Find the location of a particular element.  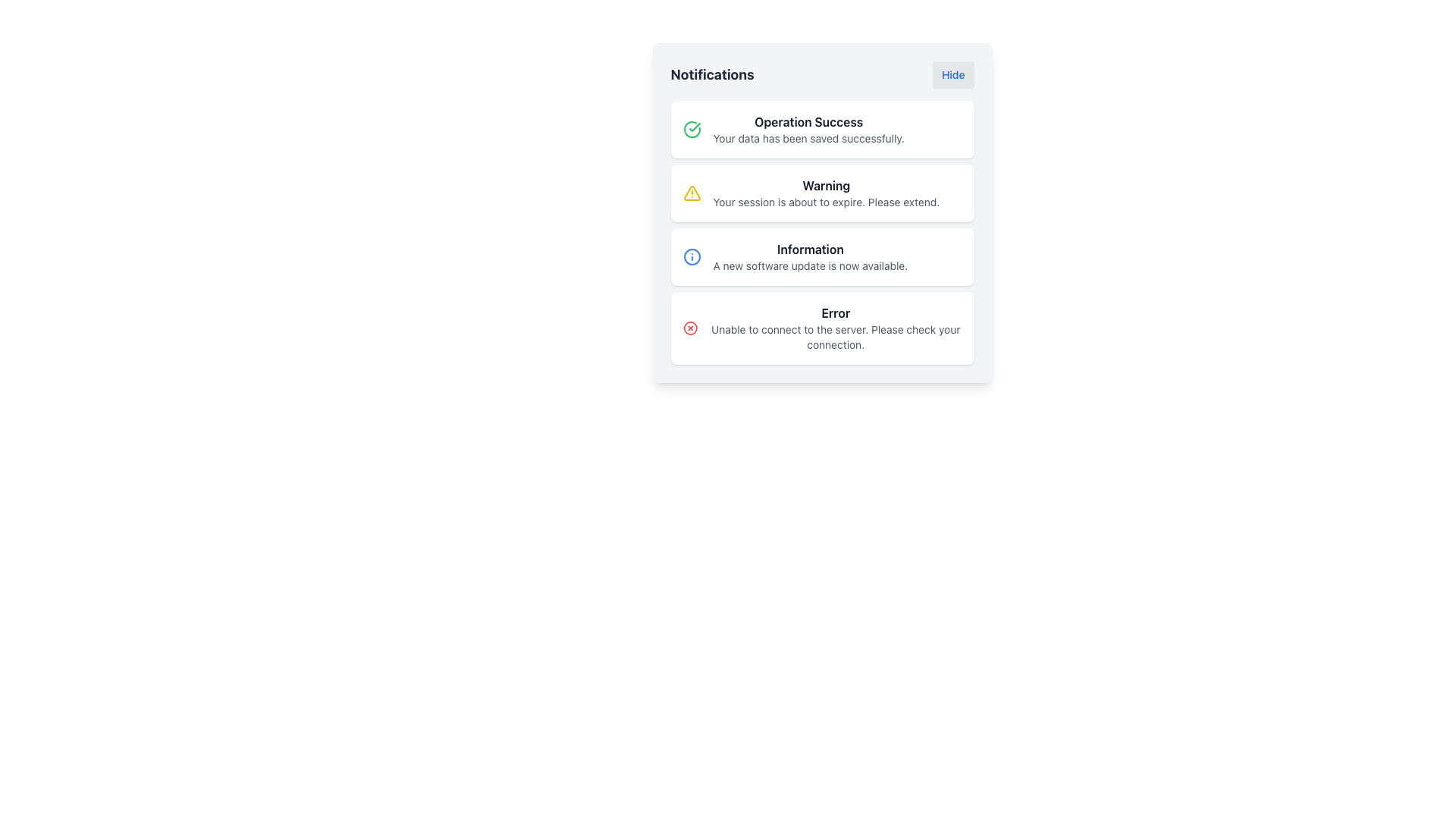

success message located beneath the headline text in the notification card labeled 'Operation Success' is located at coordinates (808, 138).